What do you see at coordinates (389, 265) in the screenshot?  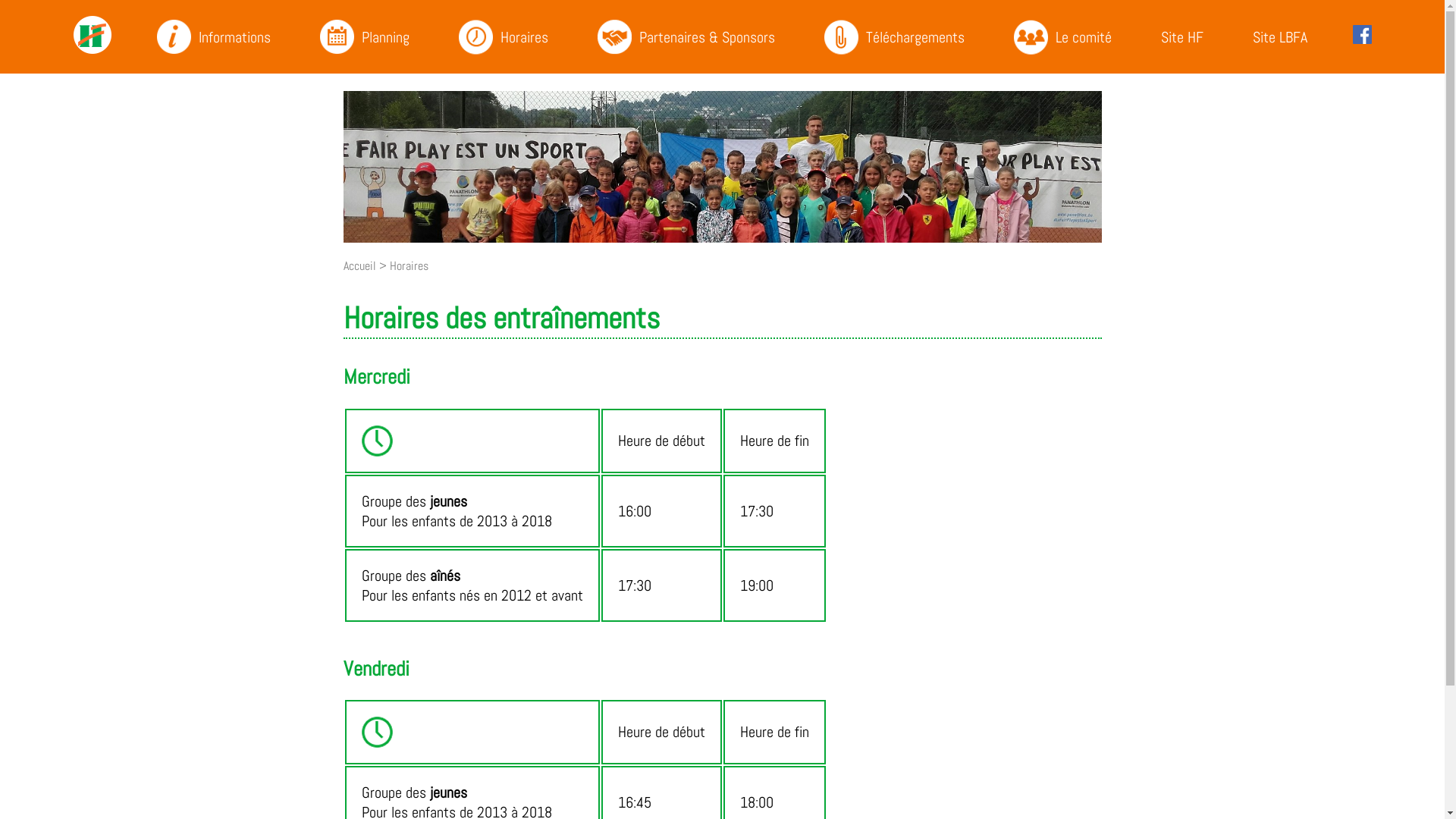 I see `'Horaires'` at bounding box center [389, 265].